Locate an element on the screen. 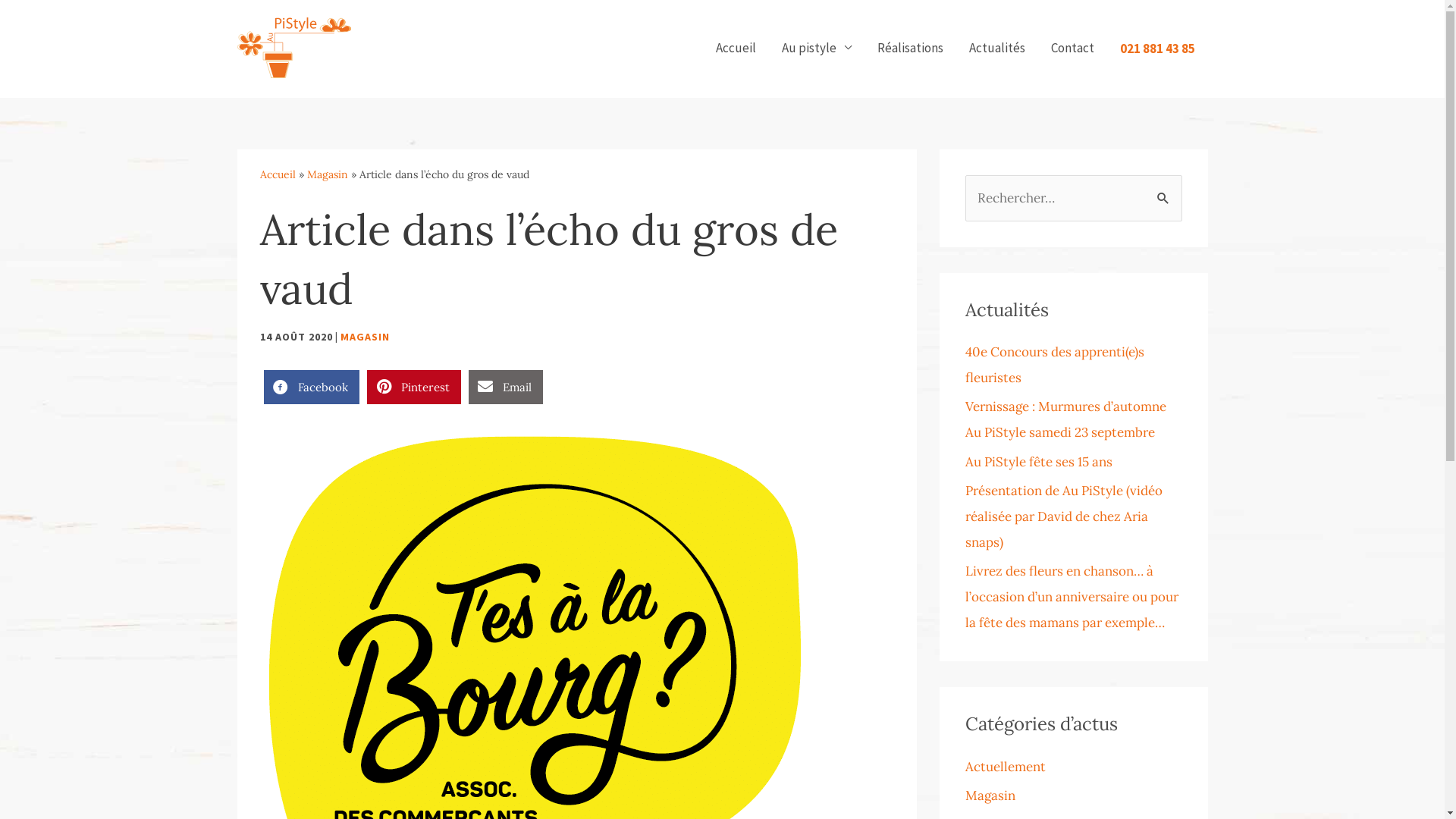 The image size is (1456, 819). 'MAGASIN' is located at coordinates (364, 335).